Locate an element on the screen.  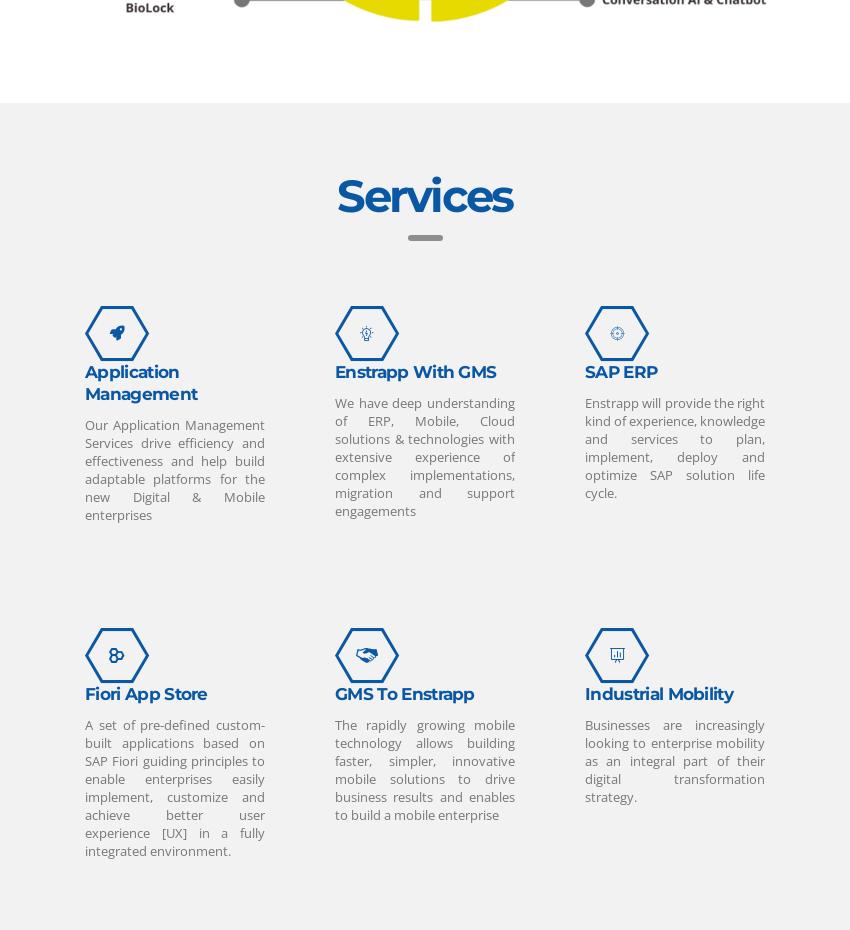
'Our Application Management Services drive efficiency and effectiveness and help build adaptable platforms for the new Digital & Mobile enterprises' is located at coordinates (174, 467).